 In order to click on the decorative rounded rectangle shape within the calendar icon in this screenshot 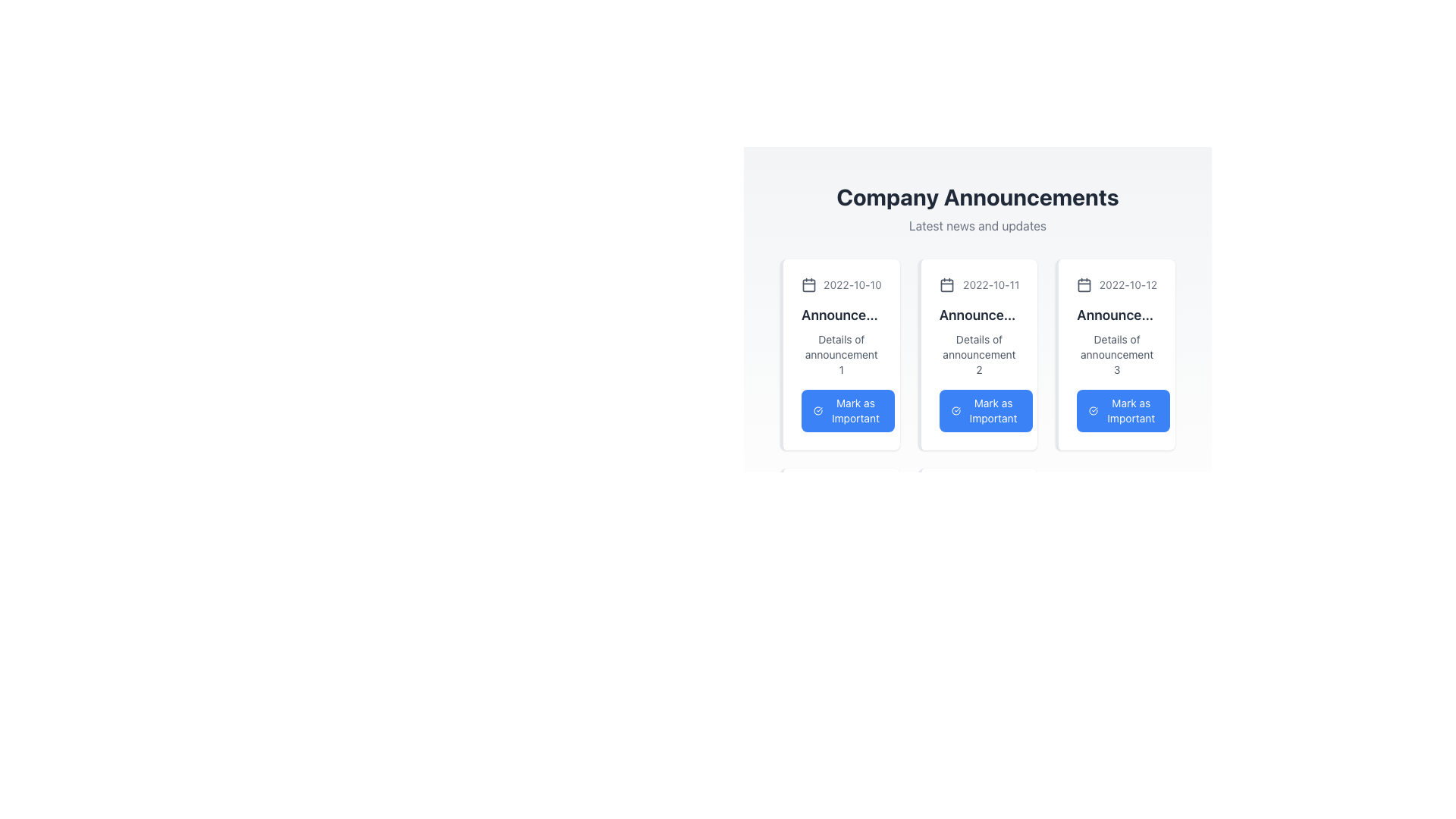, I will do `click(808, 284)`.